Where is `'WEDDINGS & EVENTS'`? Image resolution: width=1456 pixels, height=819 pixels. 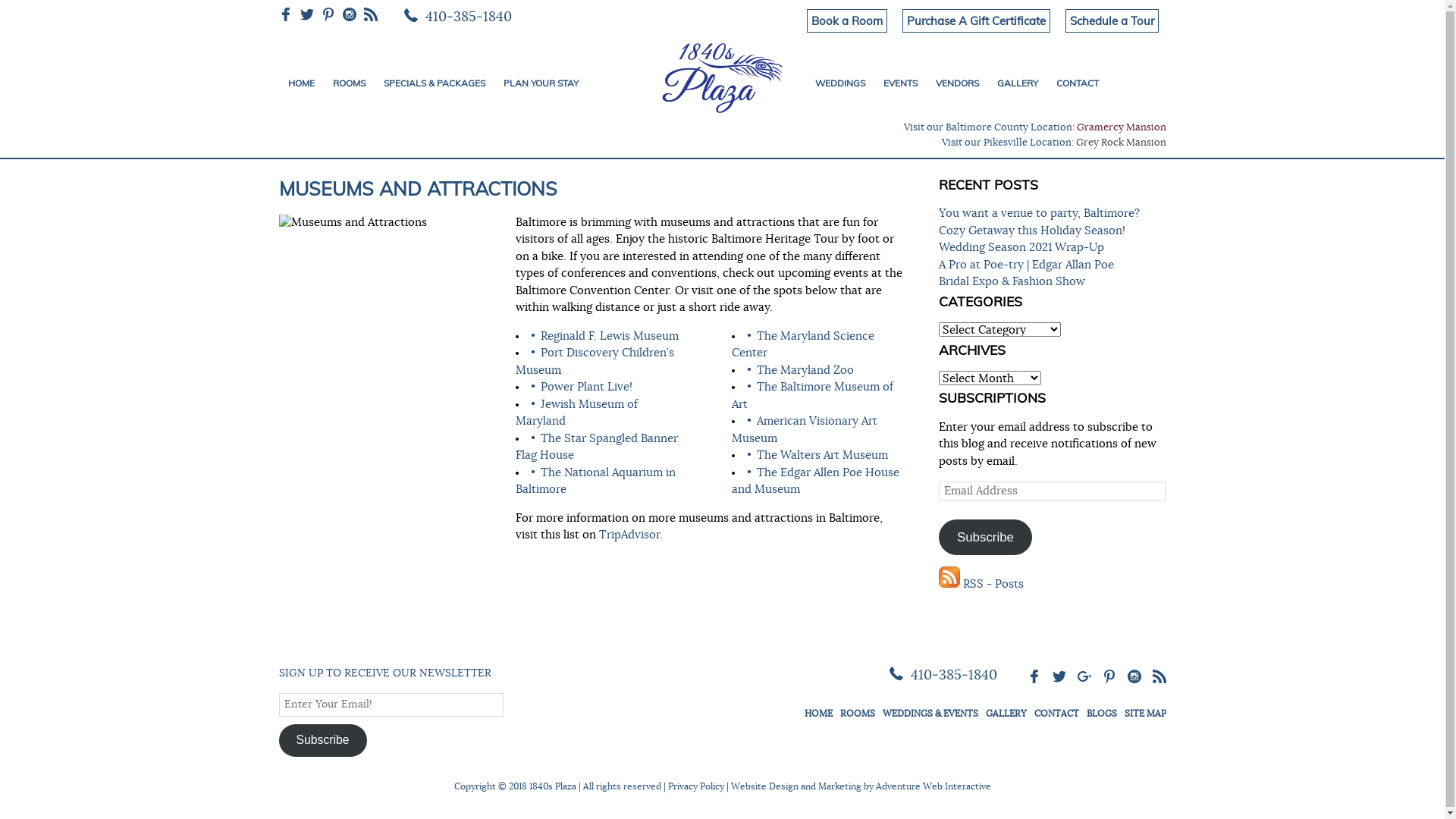
'WEDDINGS & EVENTS' is located at coordinates (930, 713).